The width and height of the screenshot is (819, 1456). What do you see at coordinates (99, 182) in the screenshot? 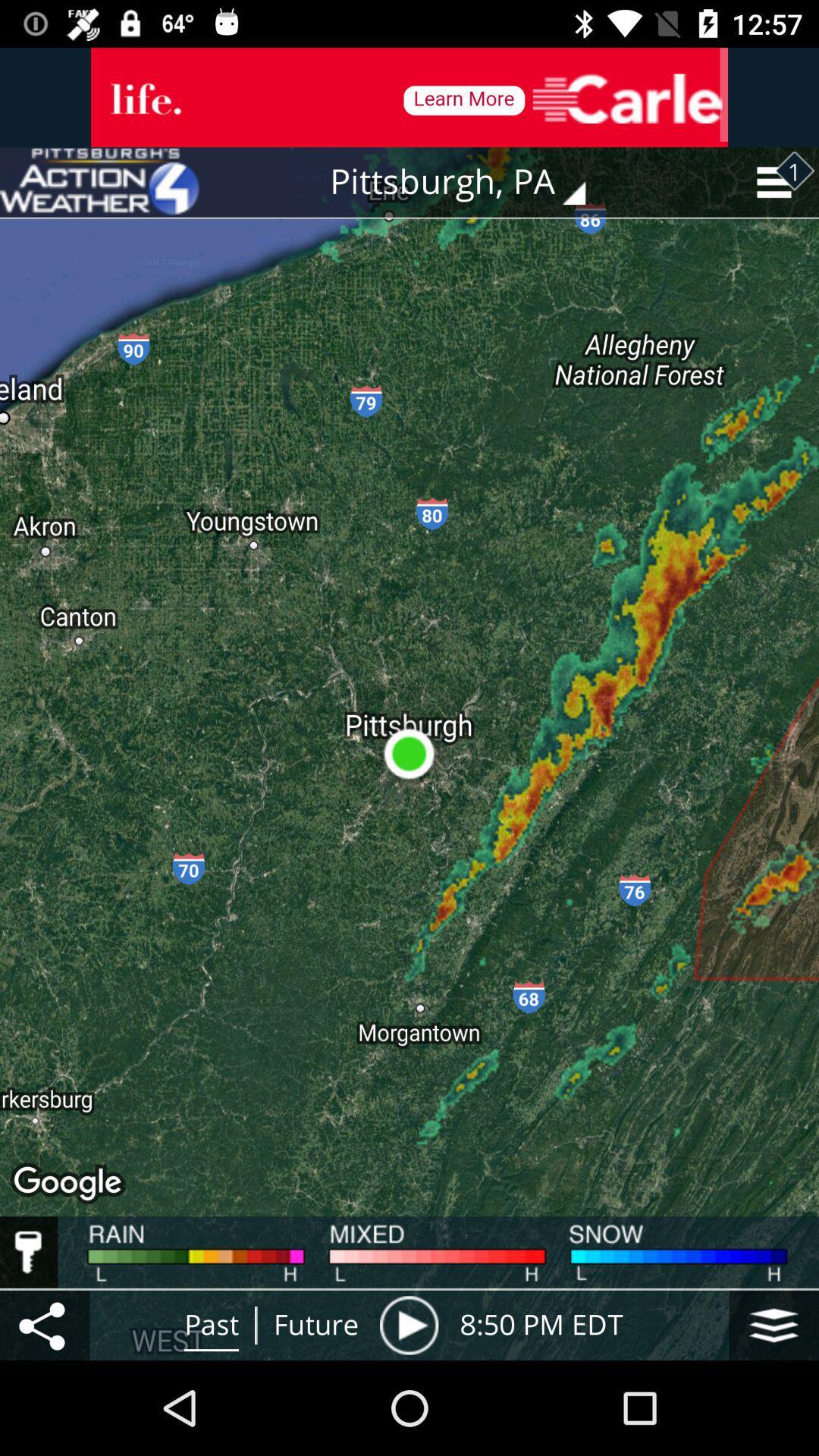
I see `the item at the top left corner` at bounding box center [99, 182].